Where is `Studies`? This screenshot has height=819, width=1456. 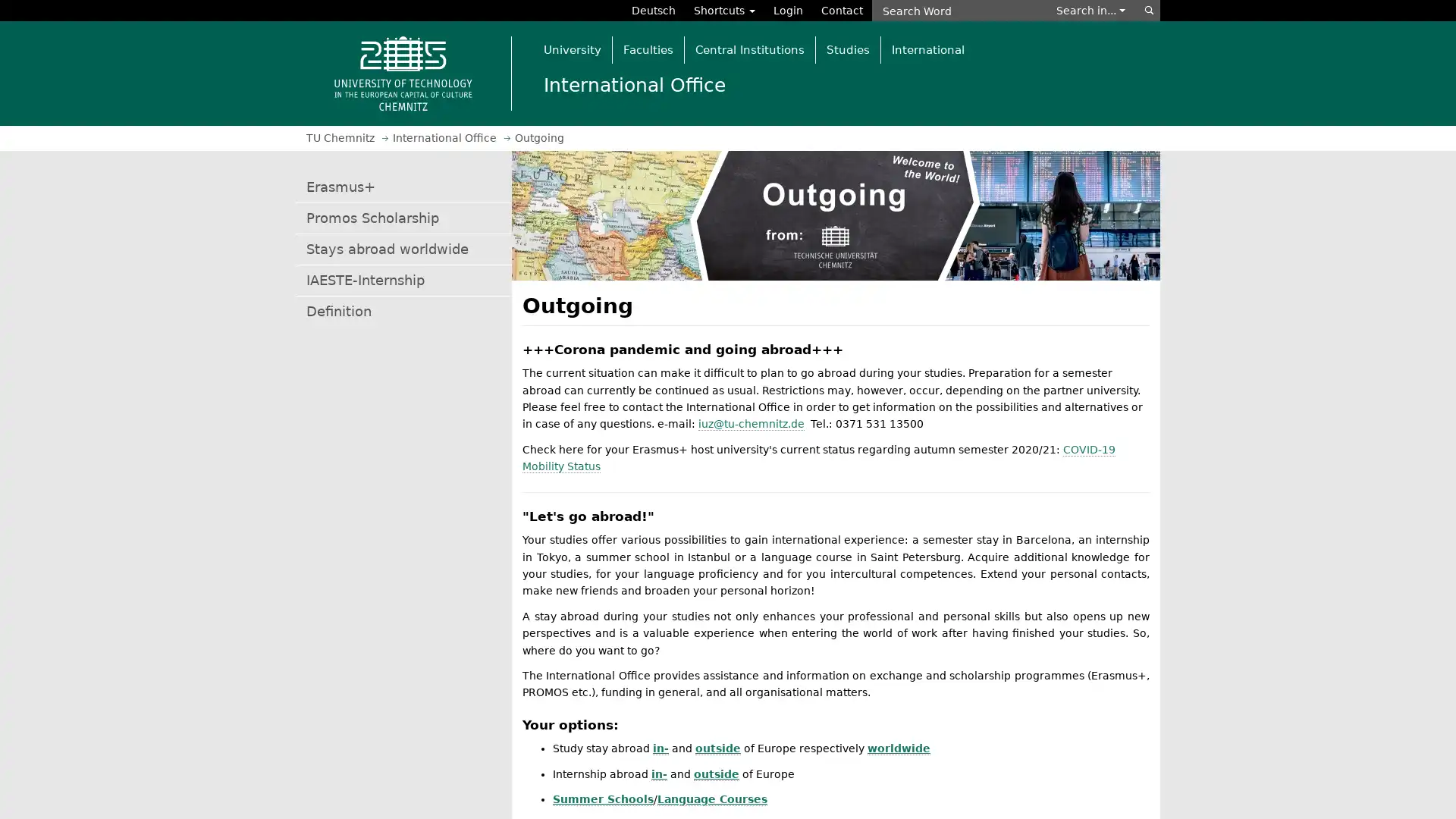
Studies is located at coordinates (847, 49).